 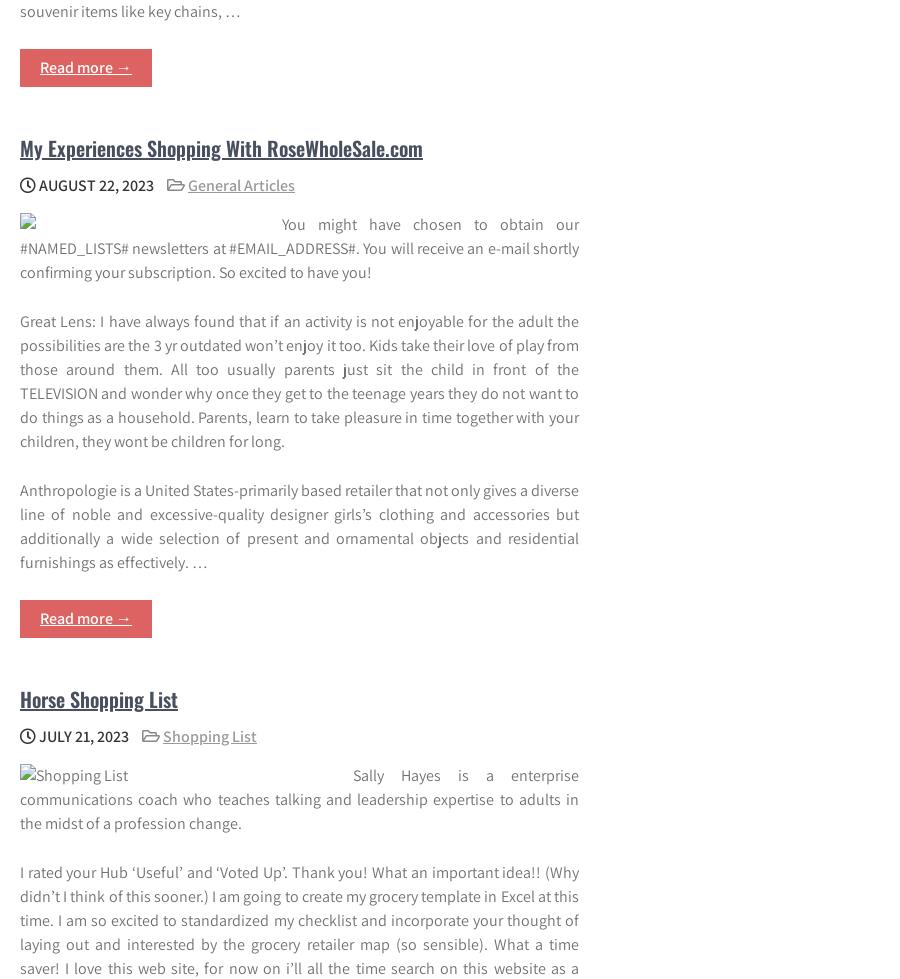 I want to click on 'July 21, 2023', so click(x=81, y=734).